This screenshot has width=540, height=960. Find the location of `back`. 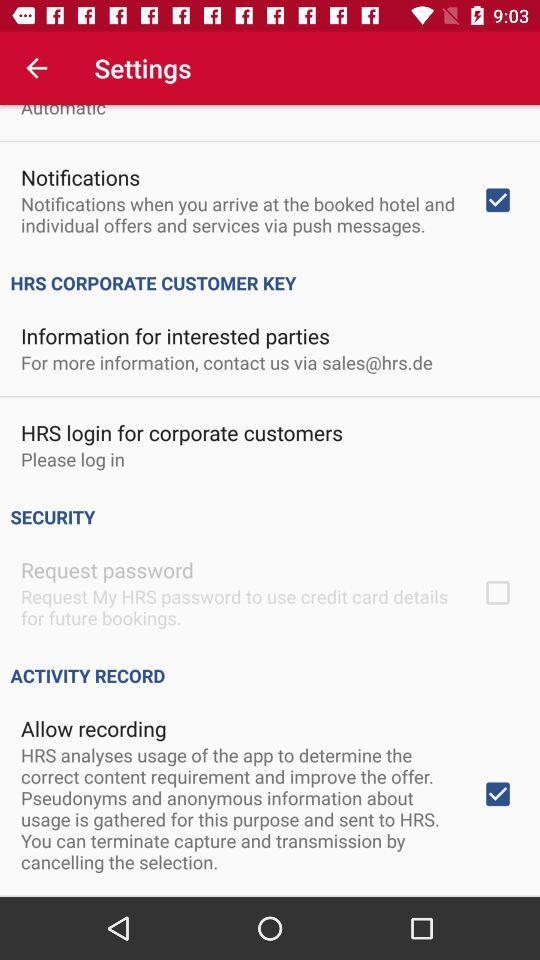

back is located at coordinates (36, 68).